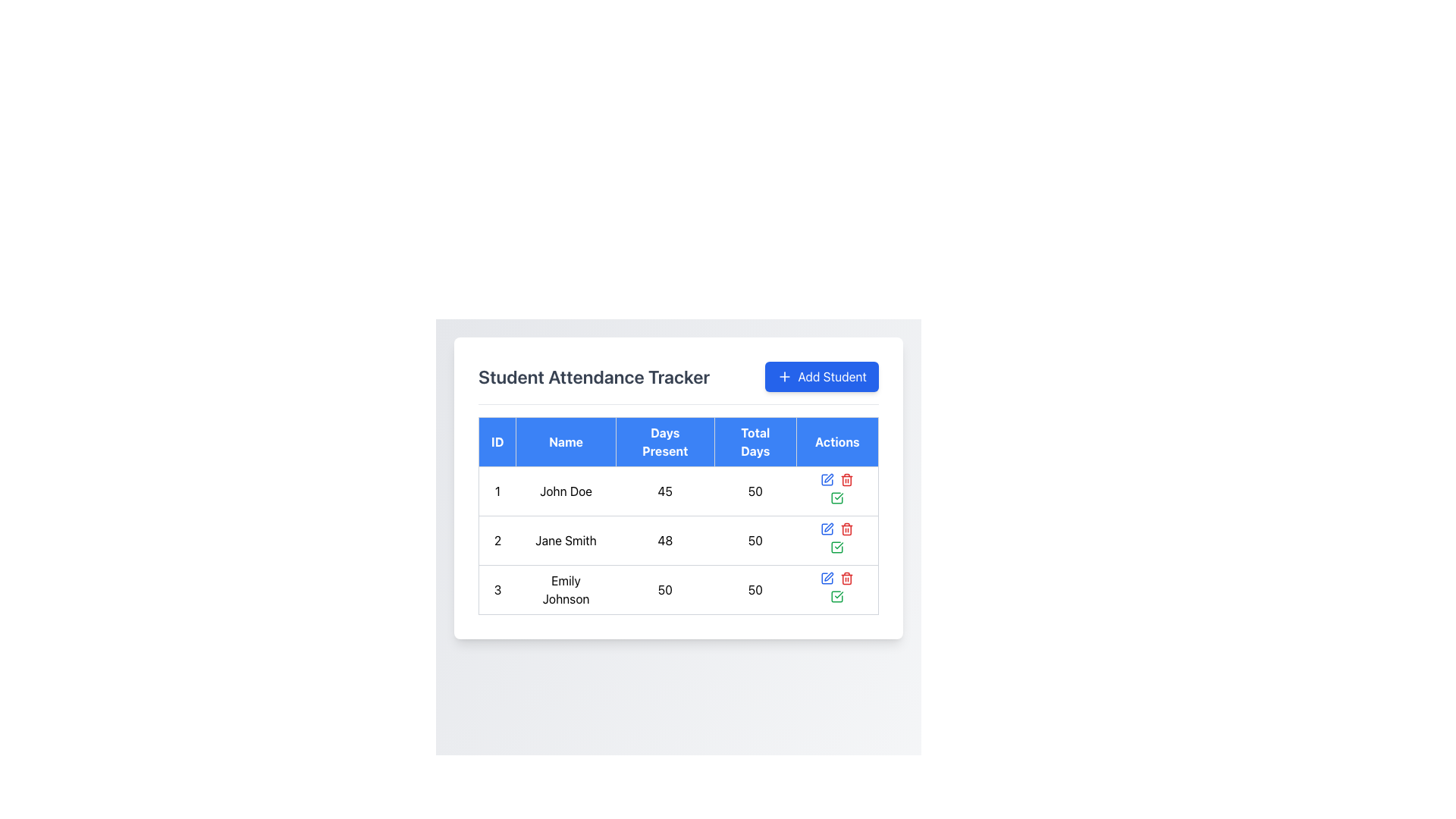  Describe the element at coordinates (836, 595) in the screenshot. I see `the Decorative Icon located within the SVG in the Actions column of the third row in a table` at that location.